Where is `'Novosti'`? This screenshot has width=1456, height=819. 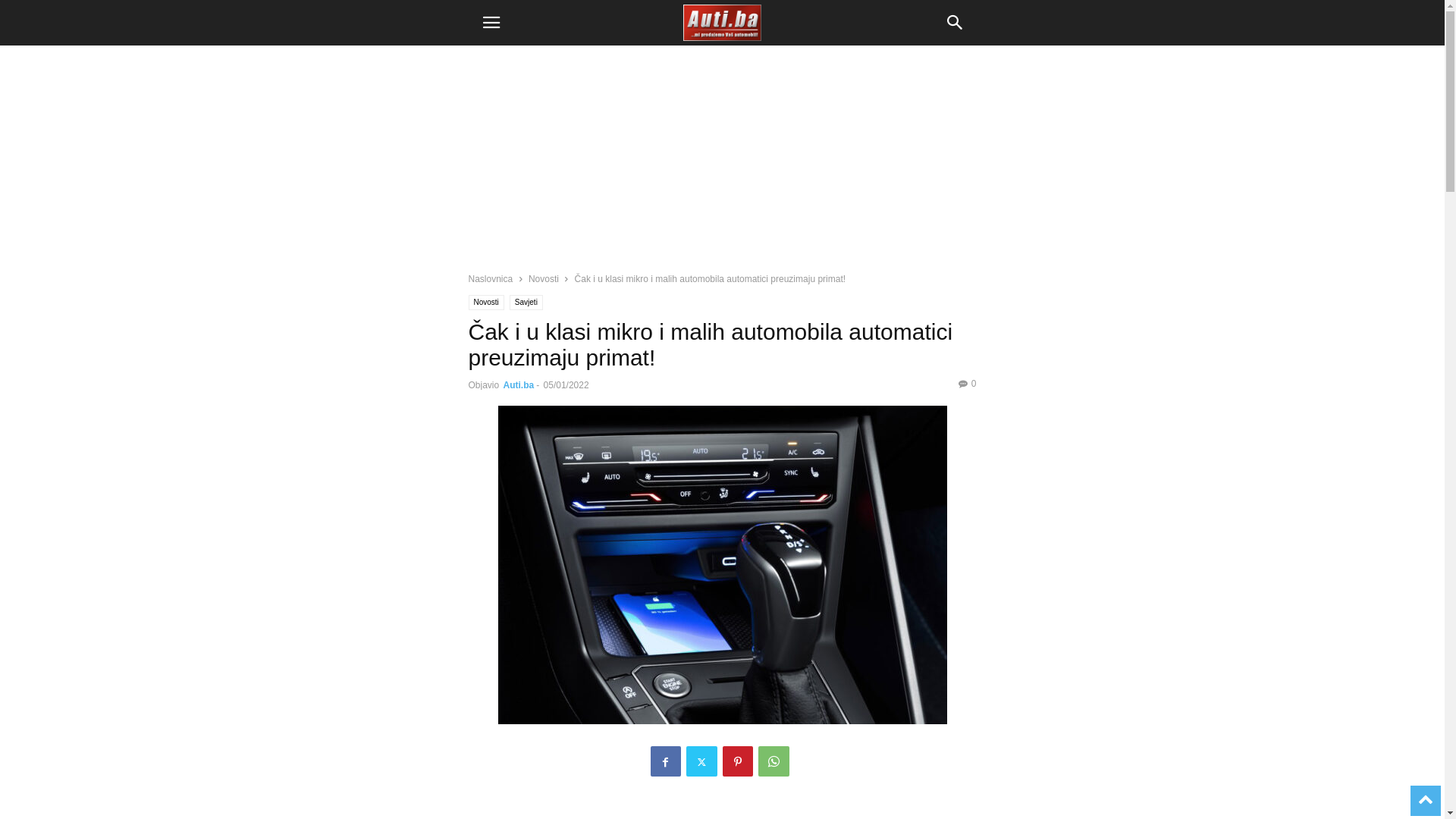 'Novosti' is located at coordinates (486, 302).